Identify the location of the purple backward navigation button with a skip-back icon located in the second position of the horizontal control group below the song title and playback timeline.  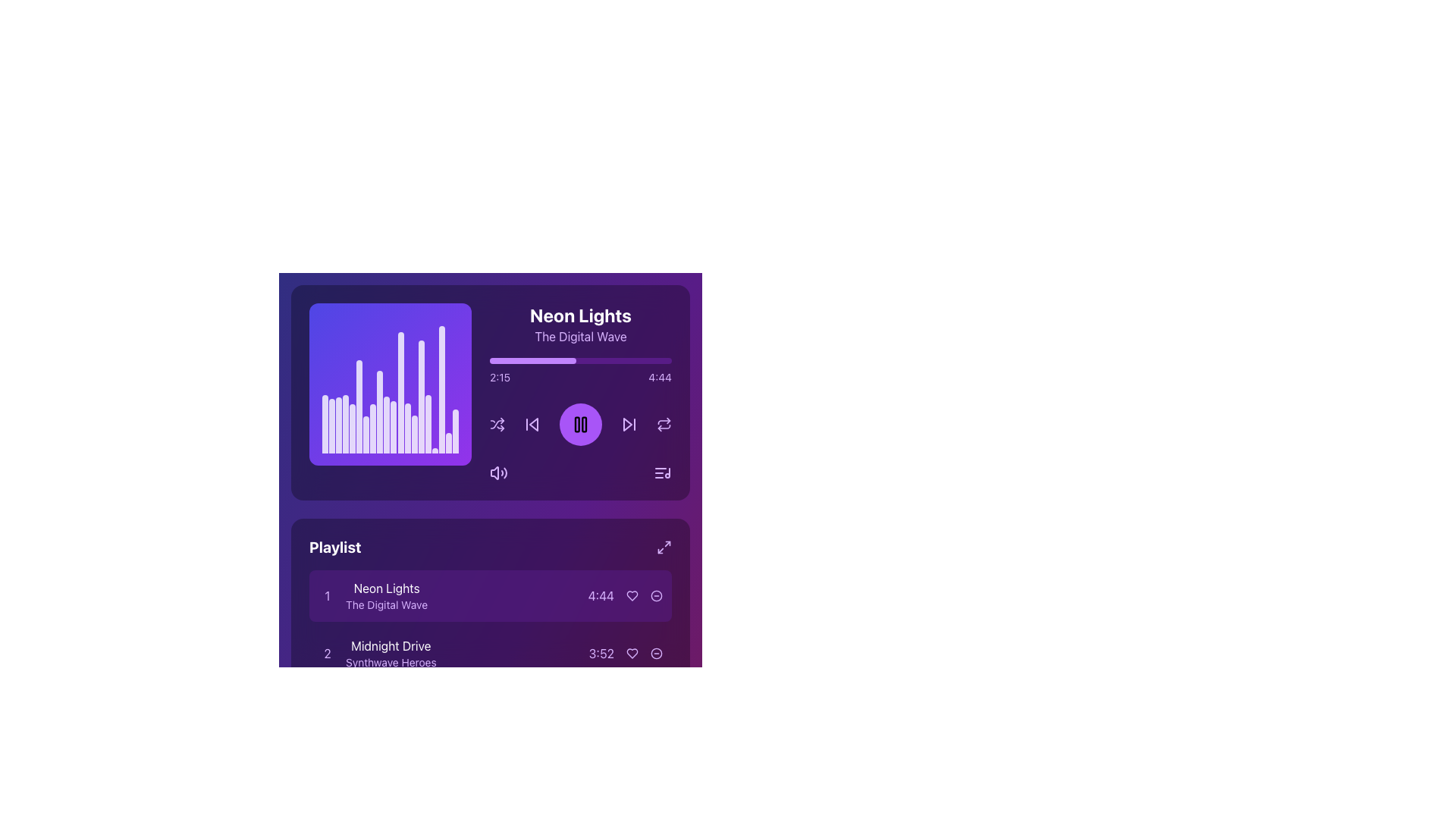
(532, 424).